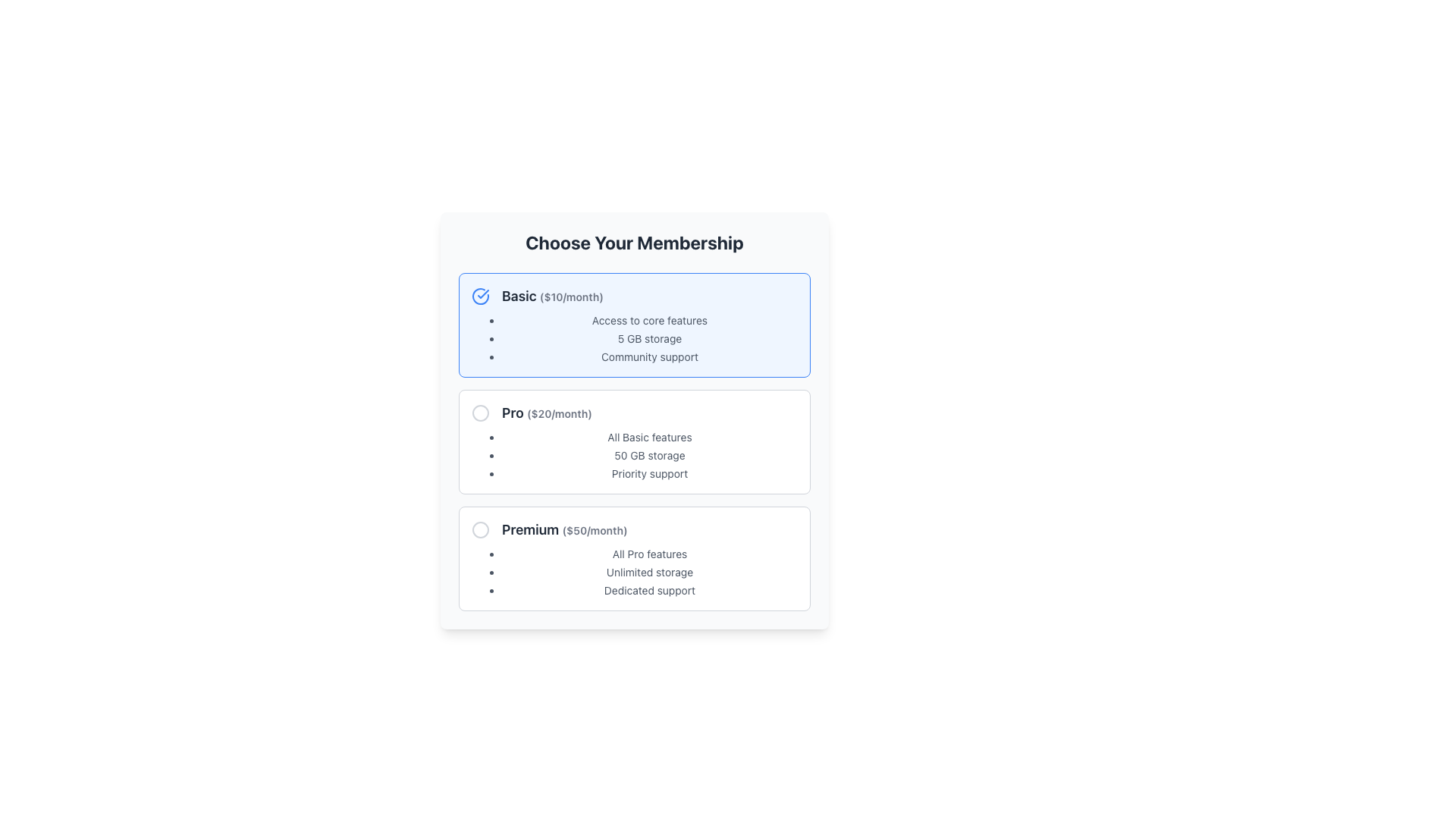 Image resolution: width=1456 pixels, height=819 pixels. I want to click on bullet-point list items 'All Pro features,' 'Unlimited storage,' and 'Dedicated support' located centrally within the Premium membership plan interface, so click(634, 573).